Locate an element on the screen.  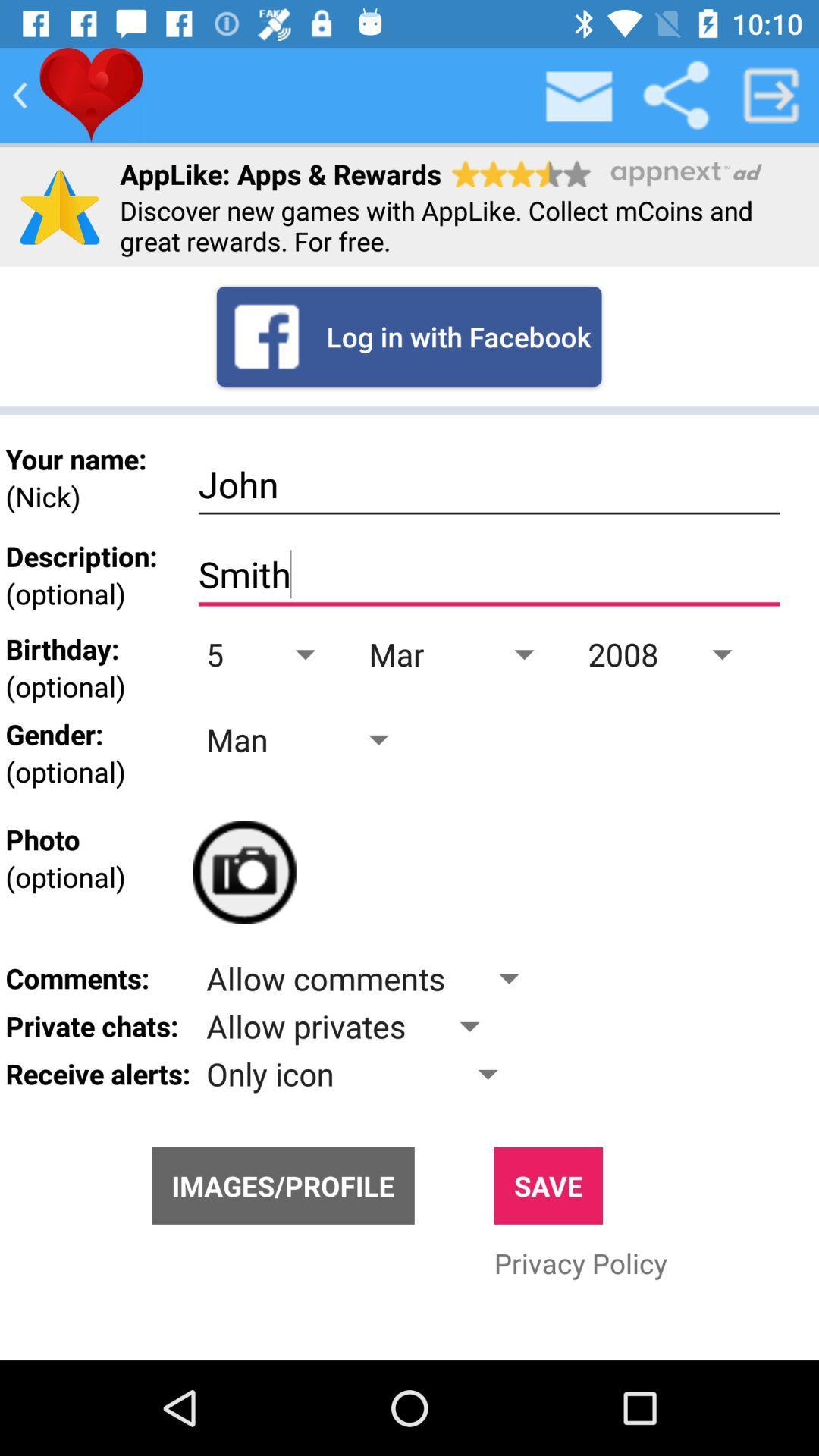
the email icon is located at coordinates (579, 94).